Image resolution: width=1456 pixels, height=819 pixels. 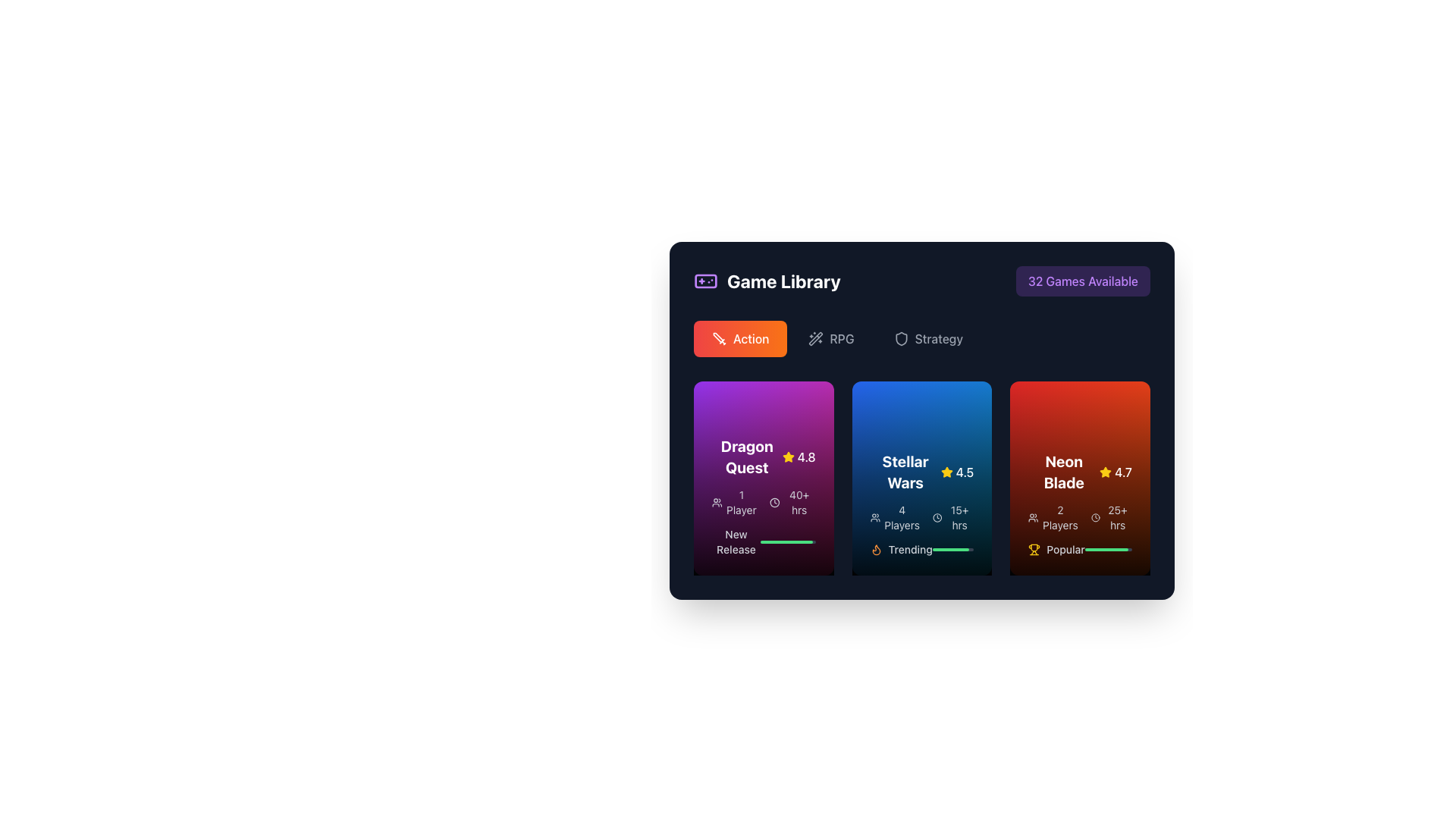 I want to click on the rating information displayed in the title and rating section for the game 'Dragon Quest' on the purple card, so click(x=764, y=456).